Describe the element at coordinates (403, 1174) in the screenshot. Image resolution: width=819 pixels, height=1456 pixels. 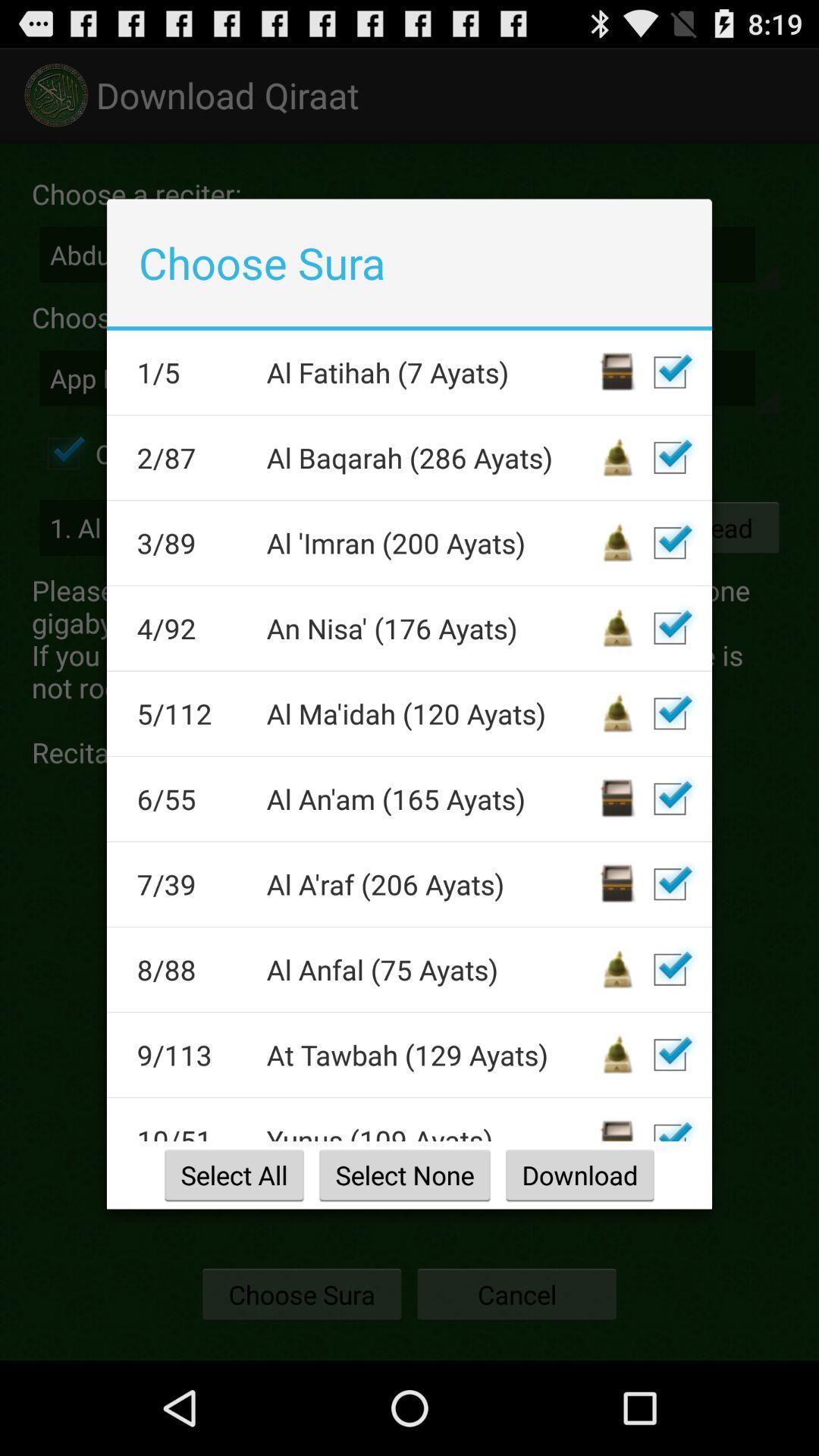
I see `select none button` at that location.